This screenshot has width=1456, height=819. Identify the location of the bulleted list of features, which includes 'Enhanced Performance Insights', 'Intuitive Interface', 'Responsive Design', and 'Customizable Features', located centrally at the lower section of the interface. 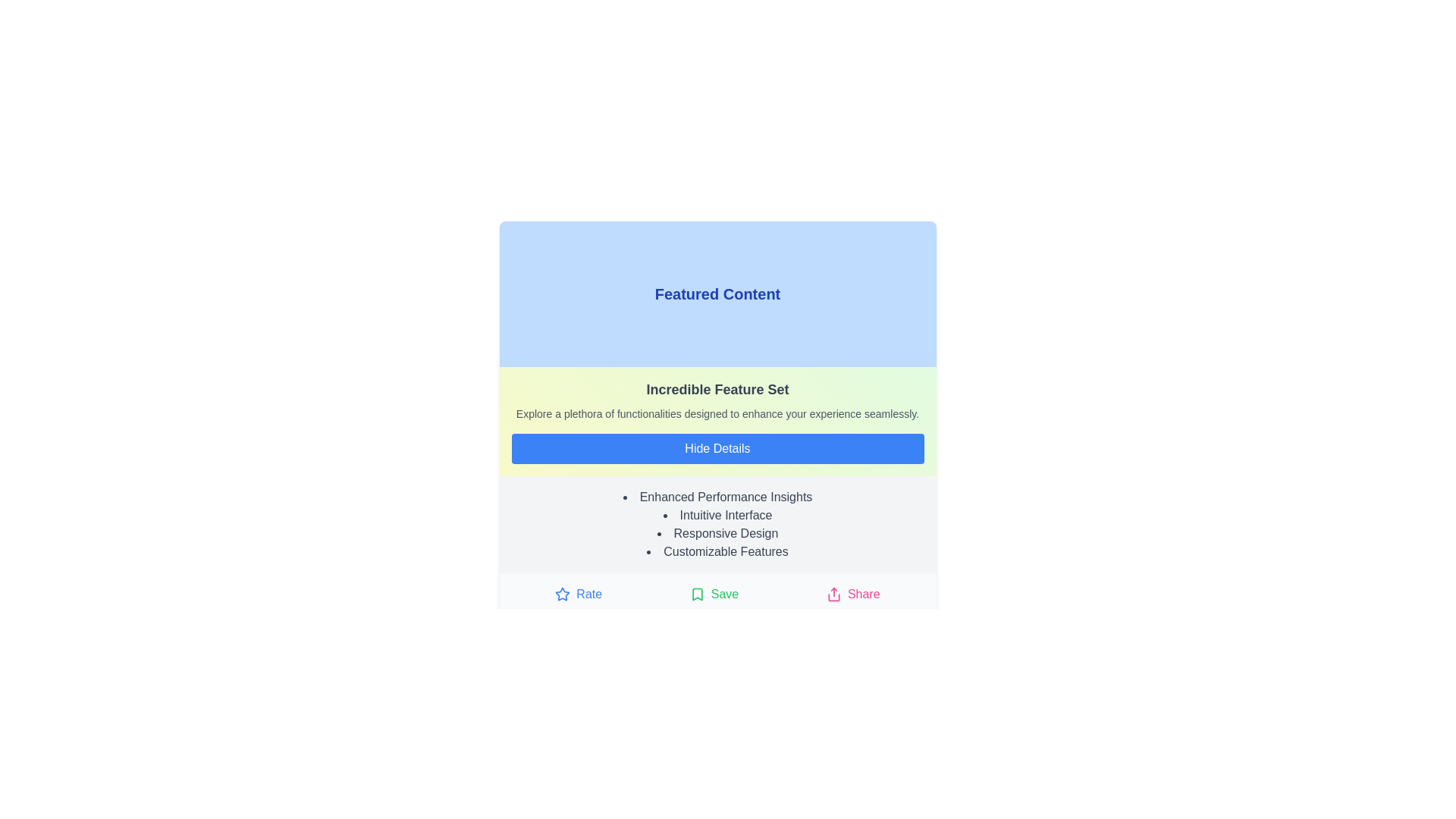
(717, 523).